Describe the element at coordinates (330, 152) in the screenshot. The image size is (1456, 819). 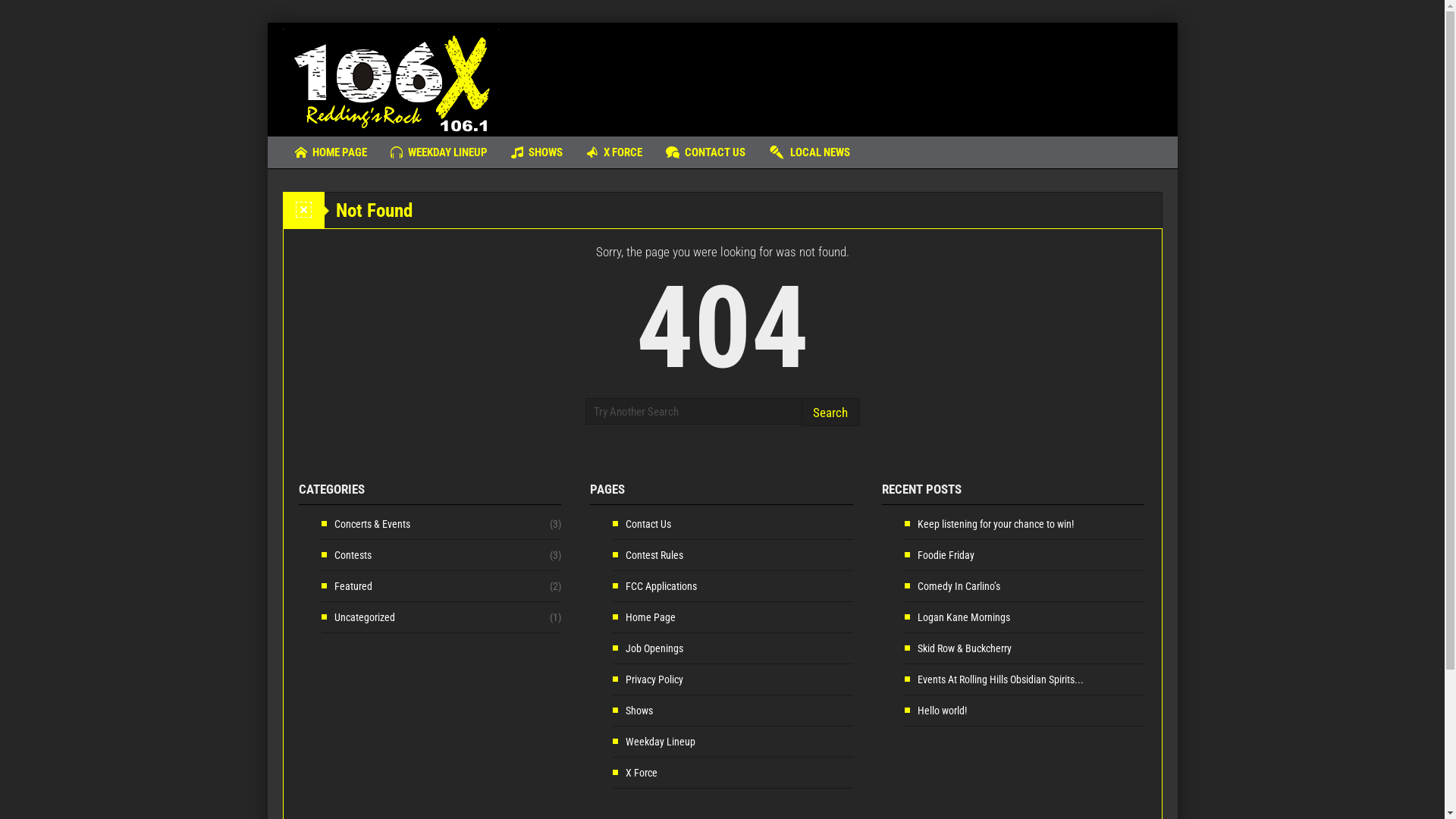
I see `'HOME PAGE'` at that location.